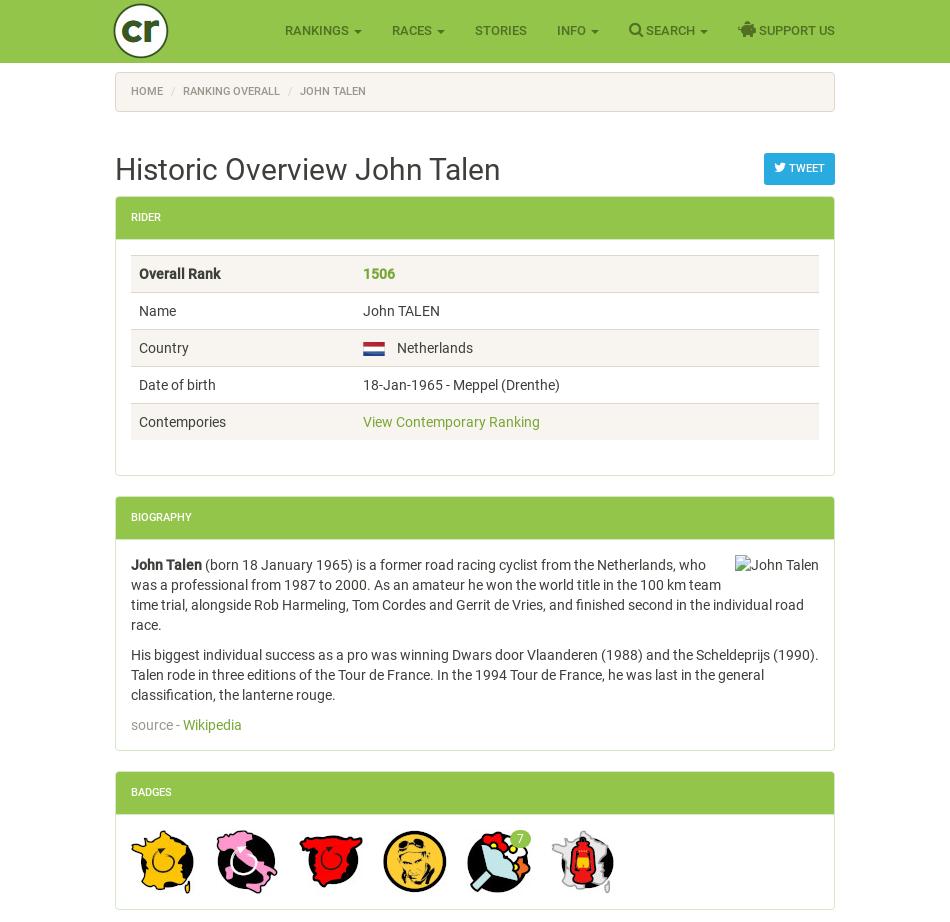 The width and height of the screenshot is (950, 922). What do you see at coordinates (146, 91) in the screenshot?
I see `'Home'` at bounding box center [146, 91].